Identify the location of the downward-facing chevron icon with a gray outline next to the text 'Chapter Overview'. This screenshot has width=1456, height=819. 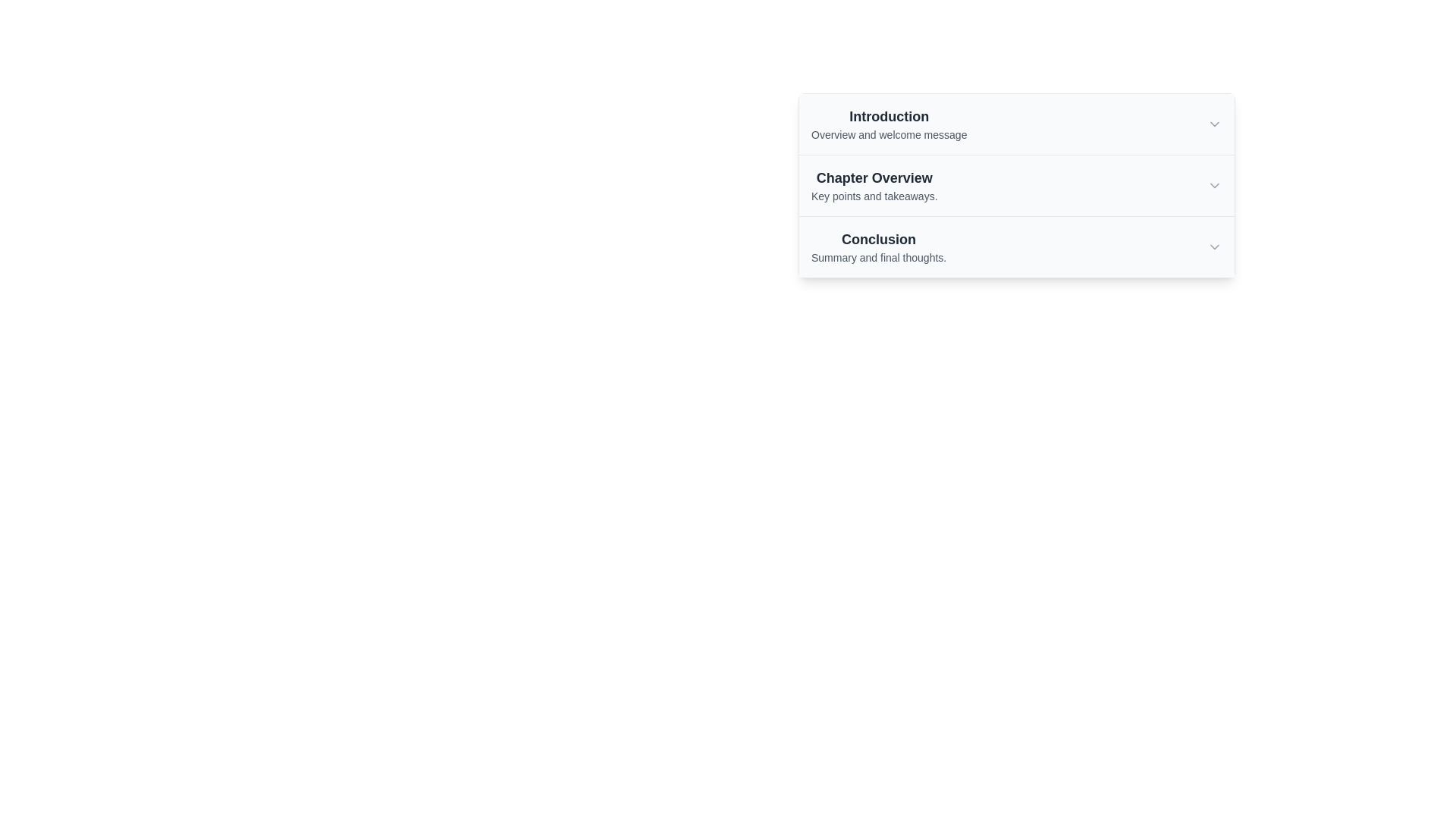
(1215, 185).